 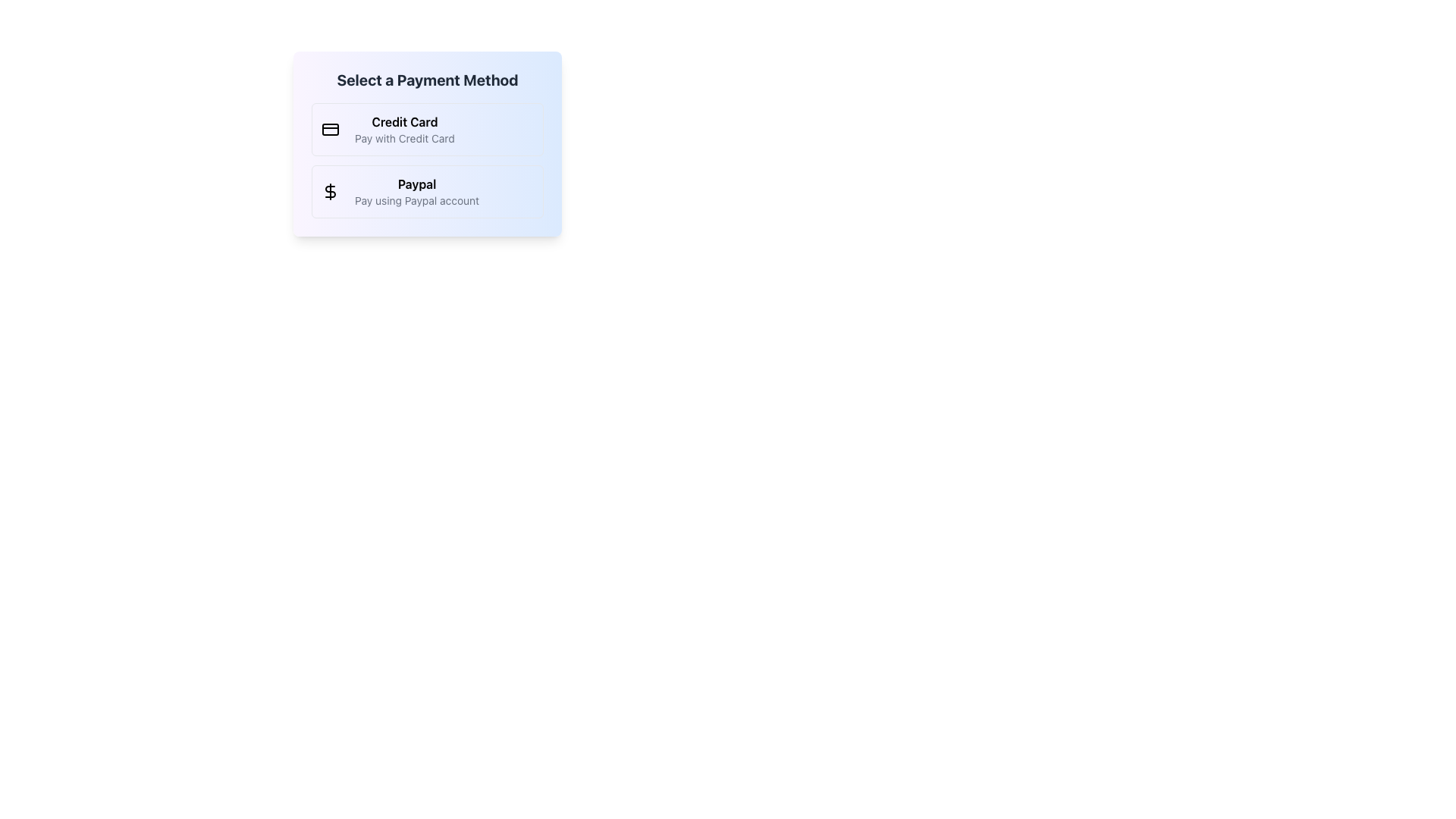 I want to click on the informational text label that provides context for the 'Paypal' payment method option, positioned beneath the bolded 'Paypal' text, so click(x=417, y=200).